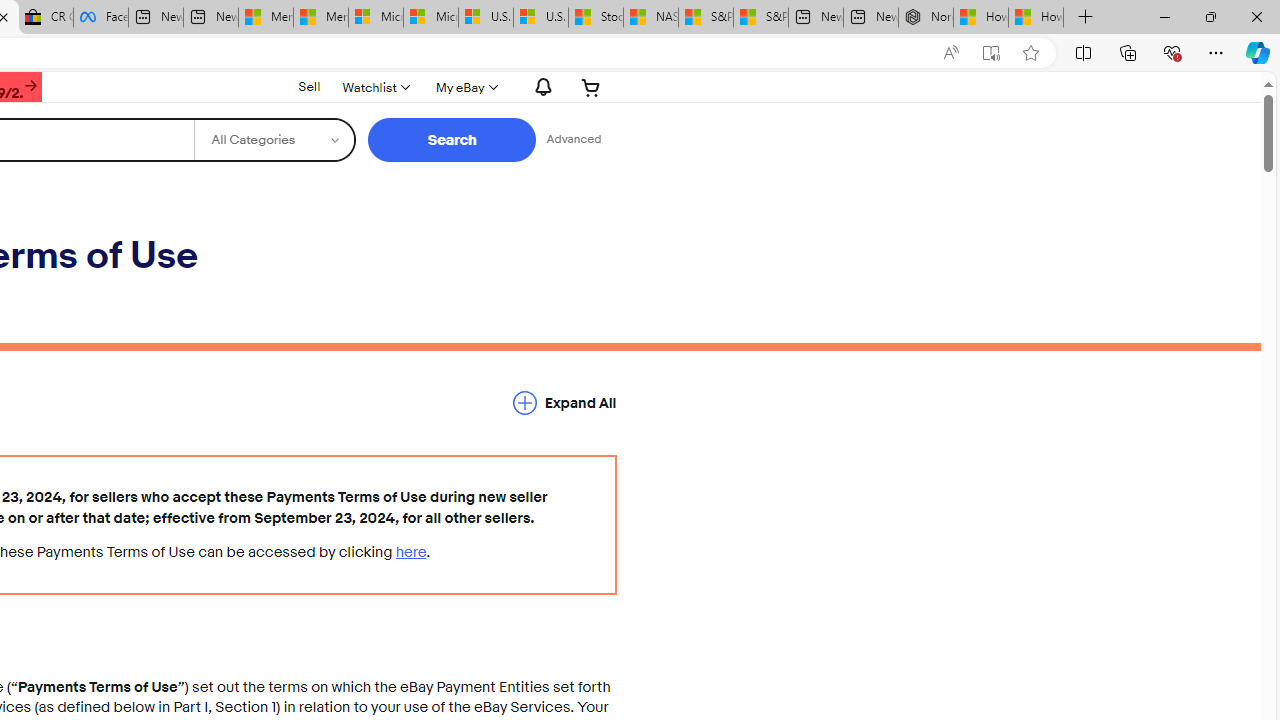 This screenshot has width=1280, height=720. What do you see at coordinates (991, 52) in the screenshot?
I see `'Enter Immersive Reader (F9)'` at bounding box center [991, 52].